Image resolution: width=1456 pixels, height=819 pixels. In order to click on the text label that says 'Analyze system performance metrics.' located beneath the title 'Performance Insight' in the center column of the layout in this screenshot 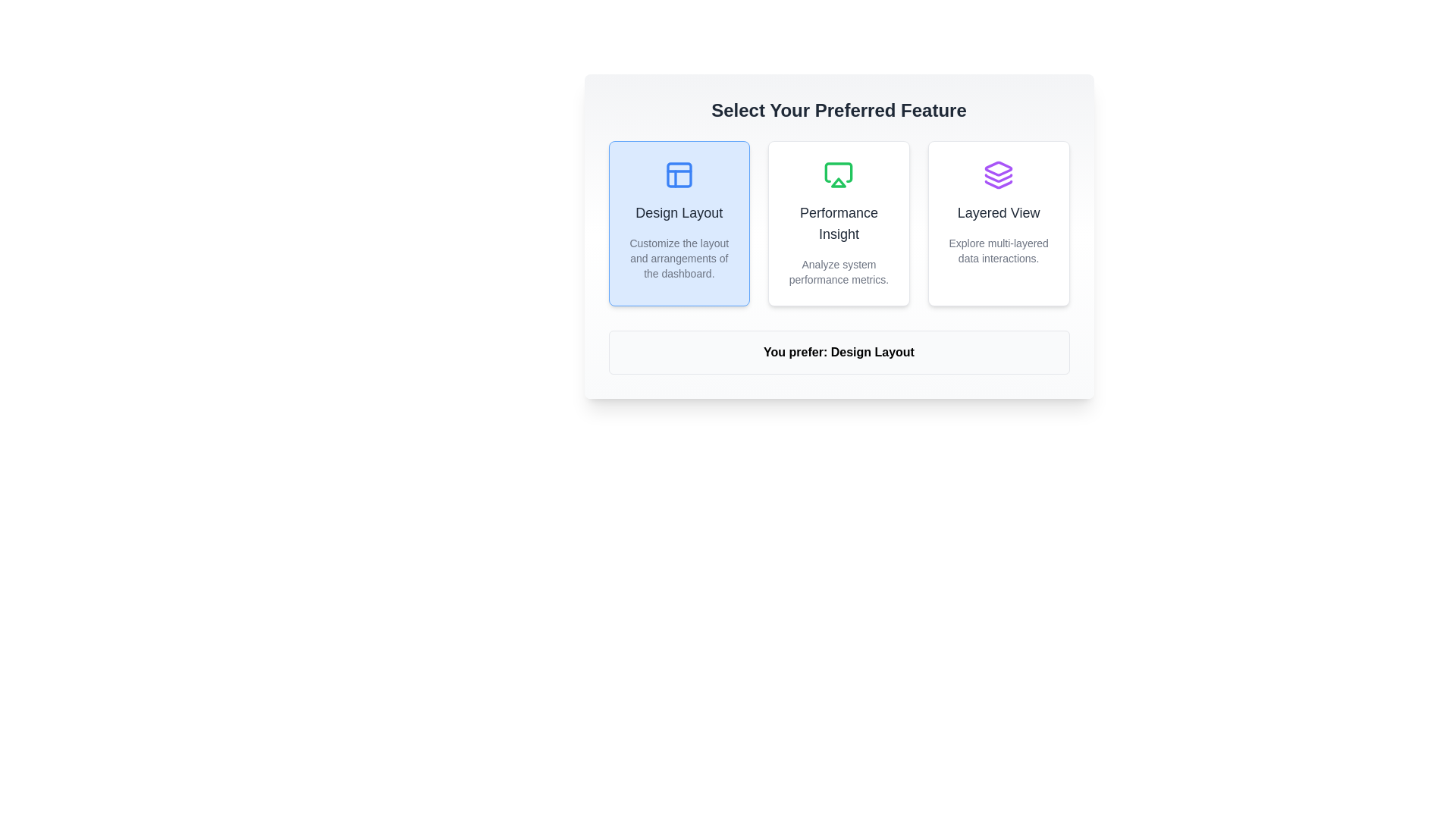, I will do `click(838, 271)`.